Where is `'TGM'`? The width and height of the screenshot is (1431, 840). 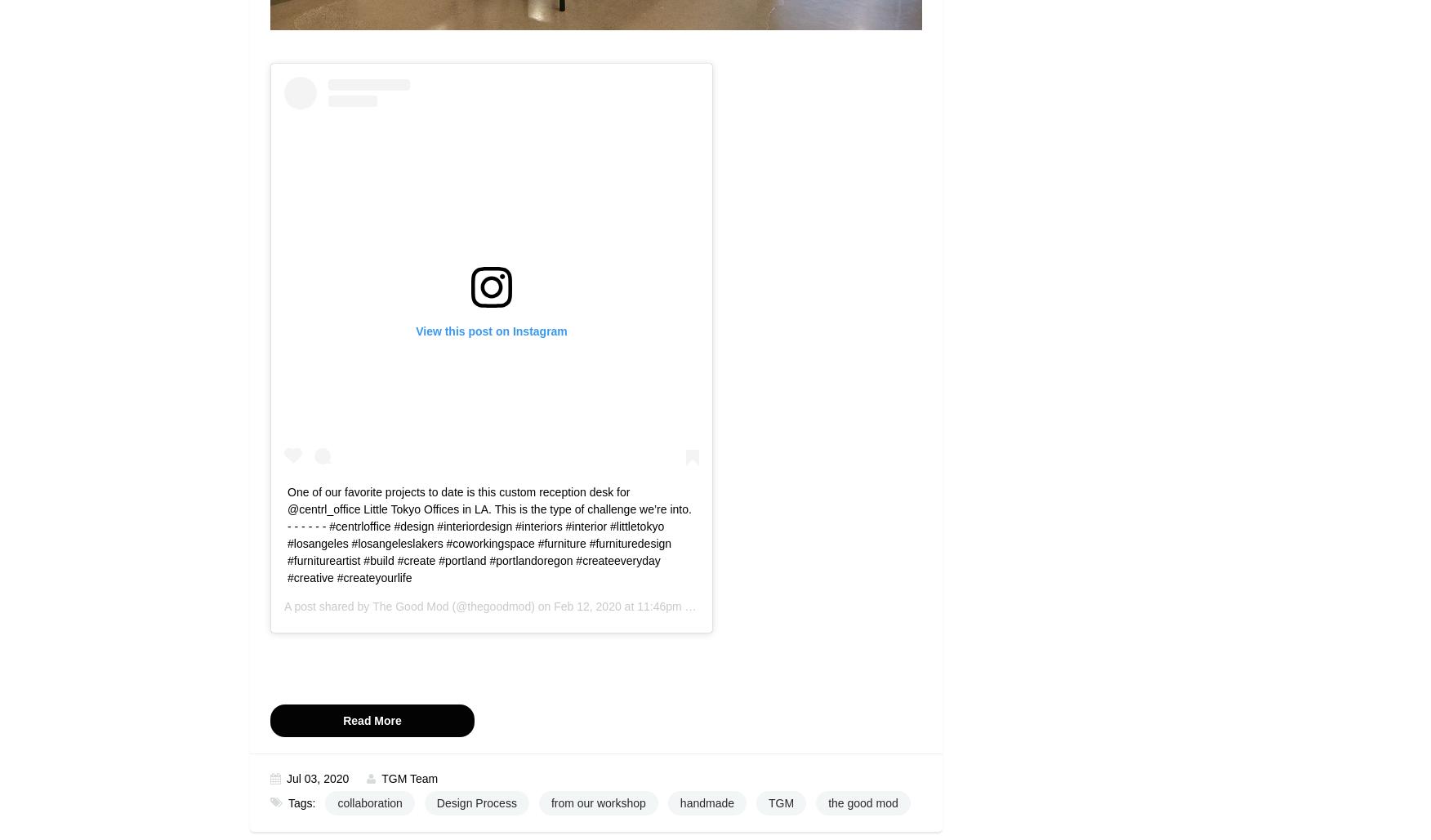
'TGM' is located at coordinates (768, 802).